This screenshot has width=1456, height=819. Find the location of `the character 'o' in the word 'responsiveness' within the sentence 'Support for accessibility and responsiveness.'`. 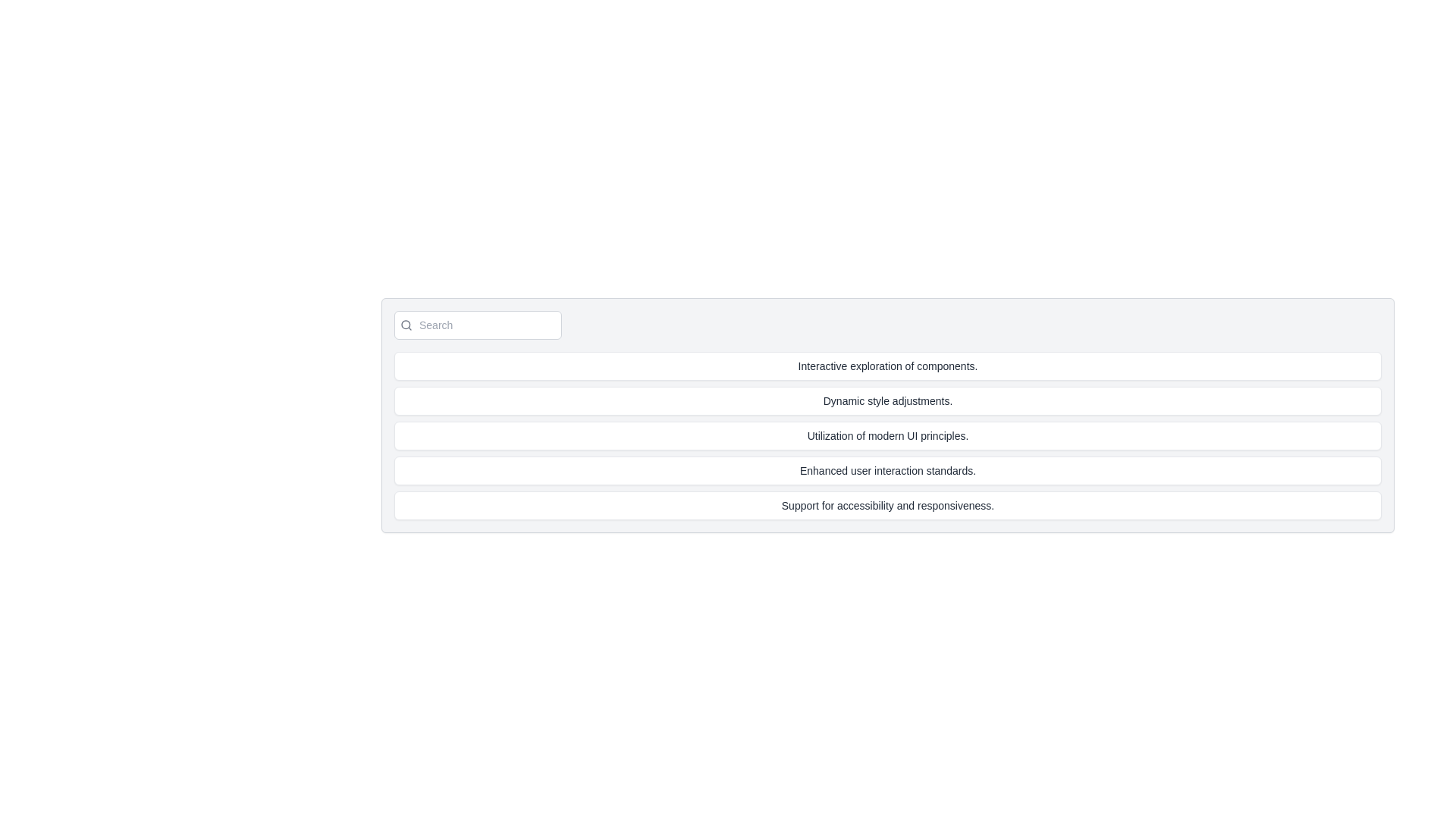

the character 'o' in the word 'responsiveness' within the sentence 'Support for accessibility and responsiveness.' is located at coordinates (940, 506).